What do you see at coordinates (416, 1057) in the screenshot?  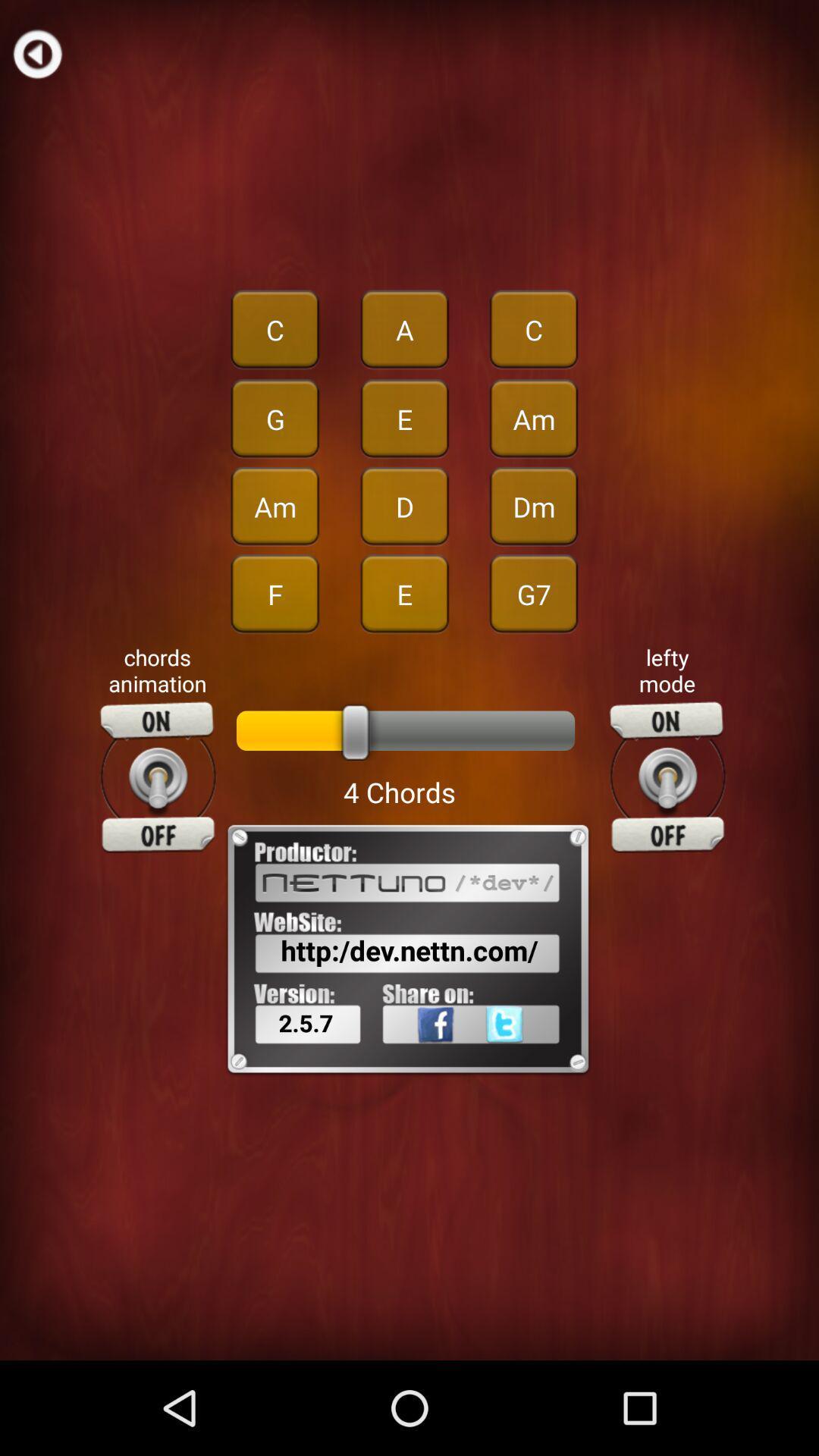 I see `the item to the right of 2.5.7 app` at bounding box center [416, 1057].